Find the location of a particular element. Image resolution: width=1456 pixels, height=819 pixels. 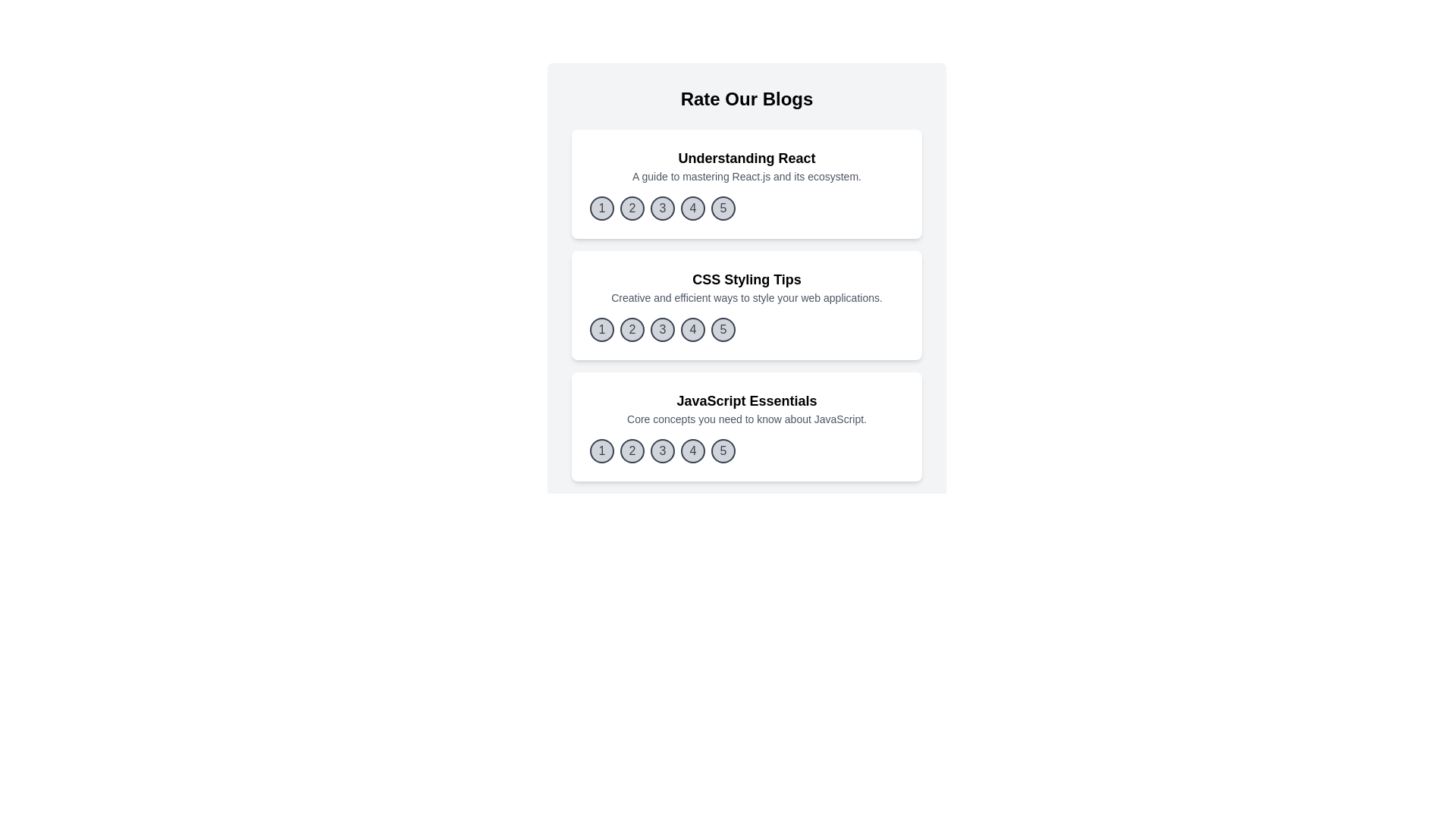

the rating button corresponding to 3 for the blog titled 'JavaScript Essentials' is located at coordinates (662, 450).